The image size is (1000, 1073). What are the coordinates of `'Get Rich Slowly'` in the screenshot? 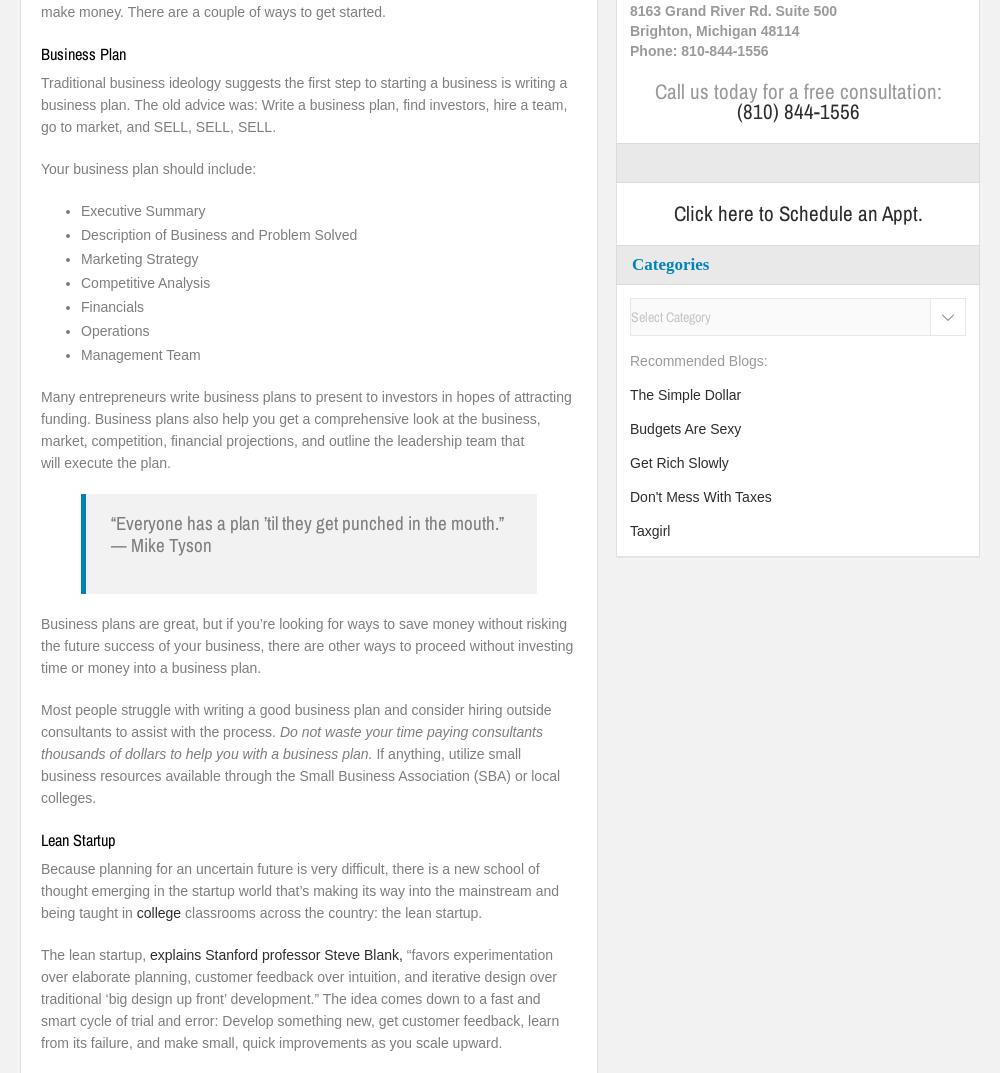 It's located at (679, 462).